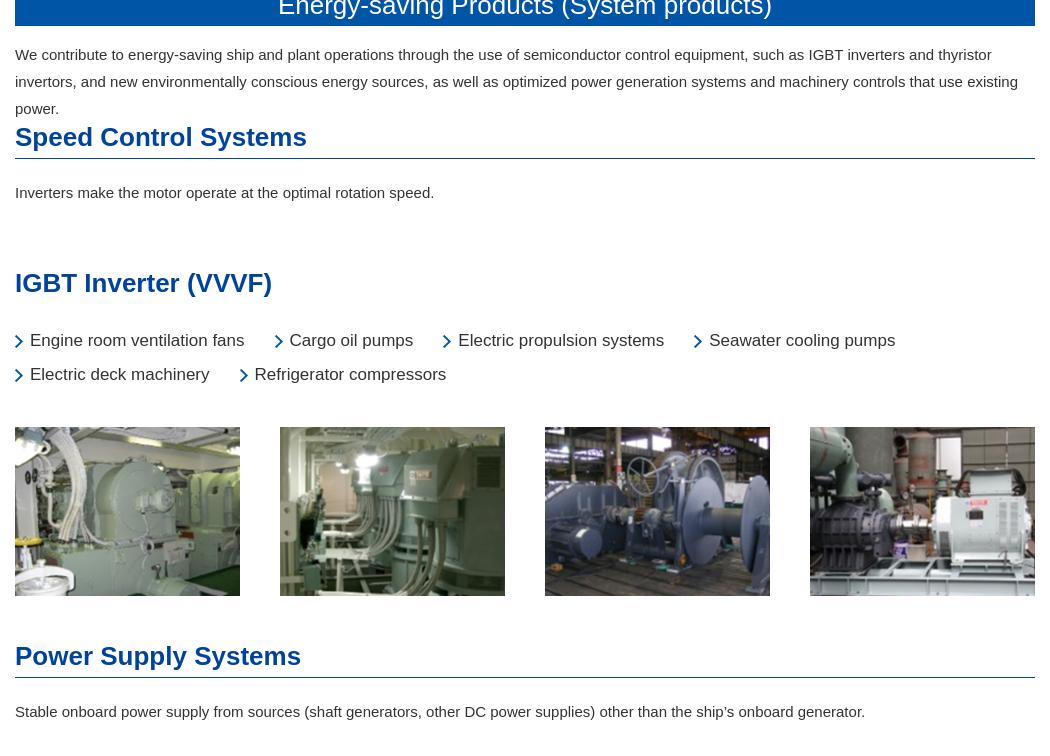 This screenshot has width=1050, height=756. What do you see at coordinates (15, 282) in the screenshot?
I see `'IGBT Inverter (VVVF)'` at bounding box center [15, 282].